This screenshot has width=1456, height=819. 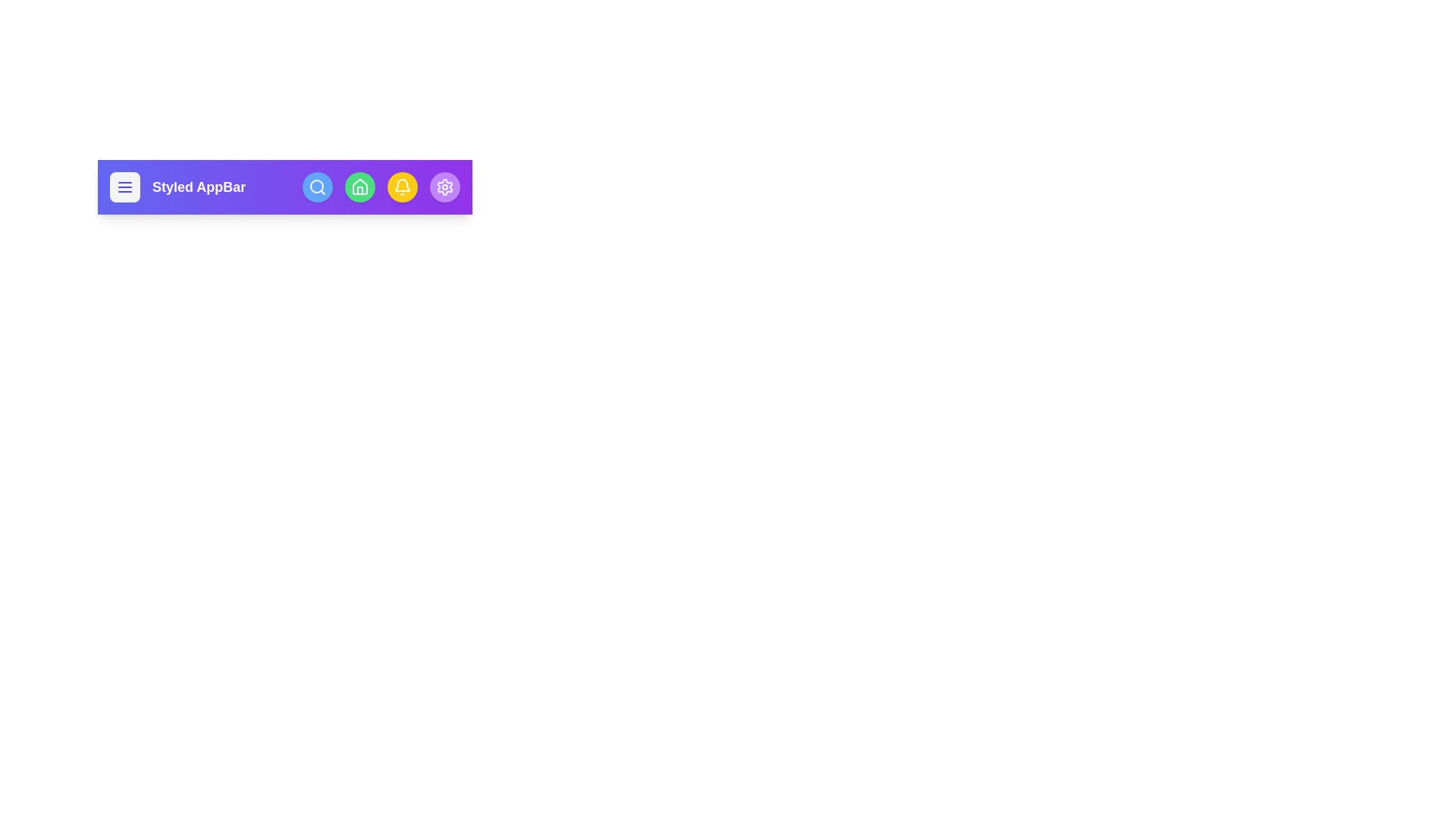 What do you see at coordinates (359, 186) in the screenshot?
I see `the home icon in the StyledAppBar` at bounding box center [359, 186].